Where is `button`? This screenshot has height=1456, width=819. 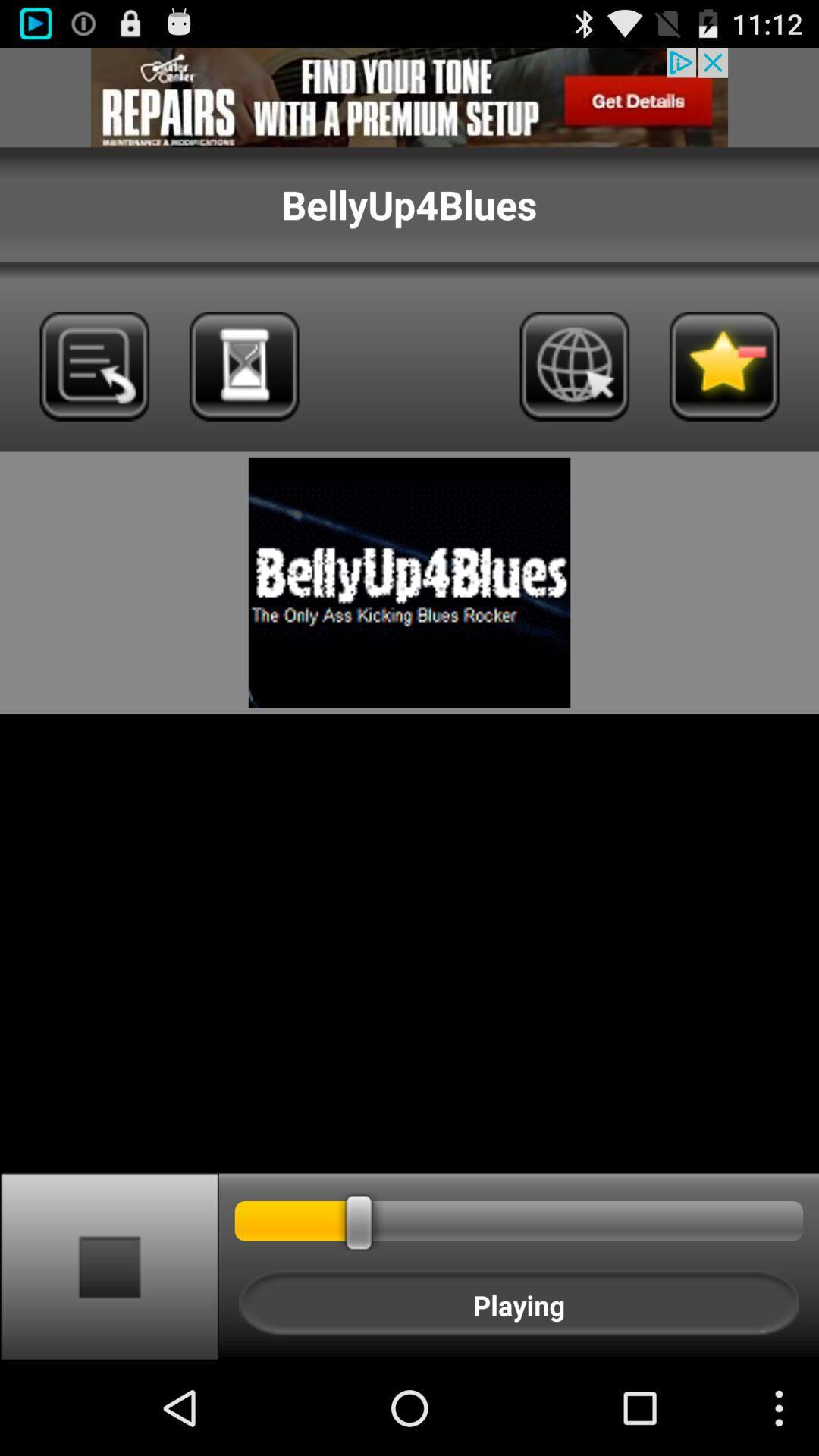 button is located at coordinates (108, 1266).